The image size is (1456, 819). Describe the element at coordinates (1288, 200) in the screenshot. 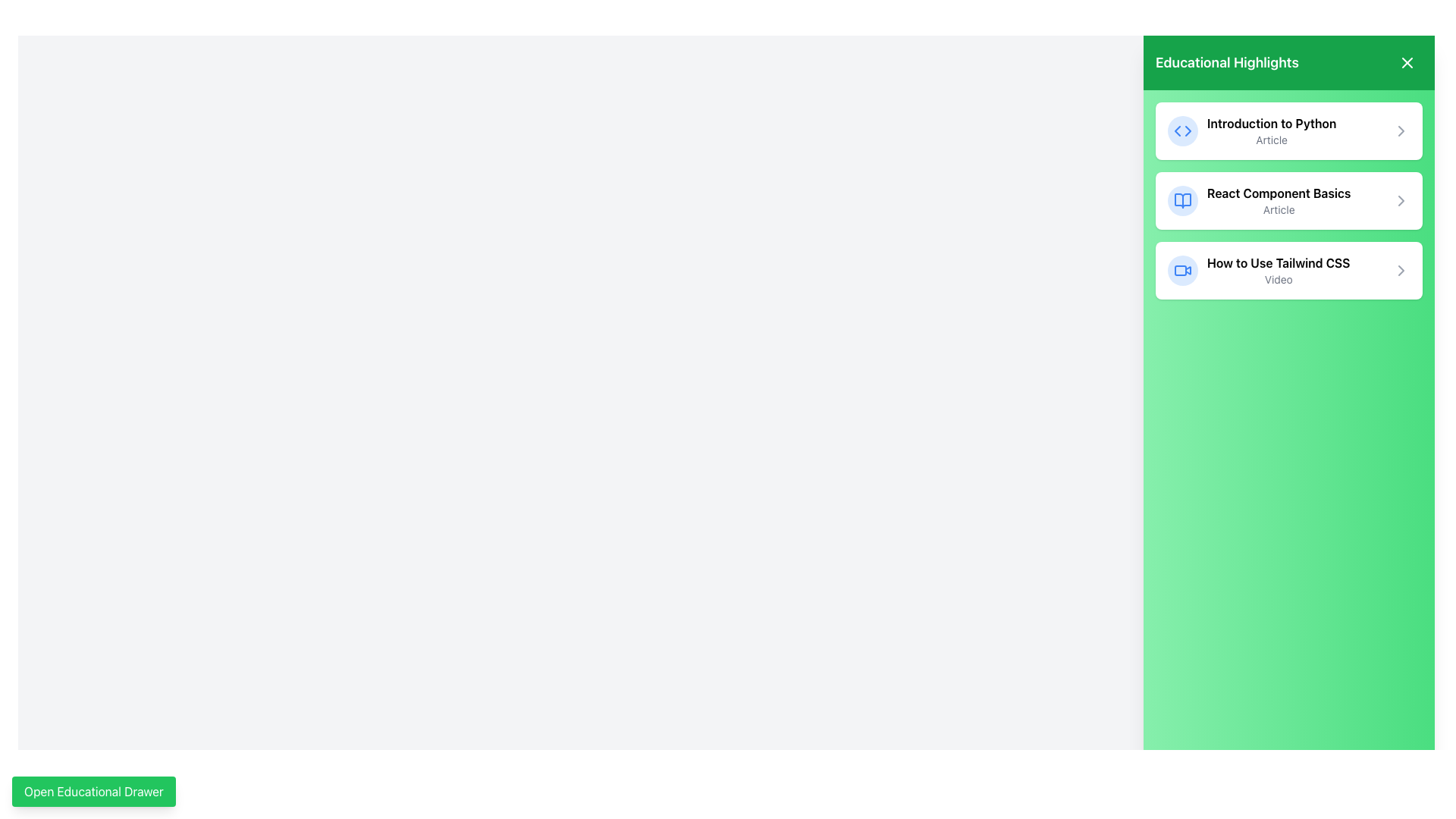

I see `the Interactive card labeled 'React Component Basics' which is the second card in the 'Educational Highlights' drawer` at that location.